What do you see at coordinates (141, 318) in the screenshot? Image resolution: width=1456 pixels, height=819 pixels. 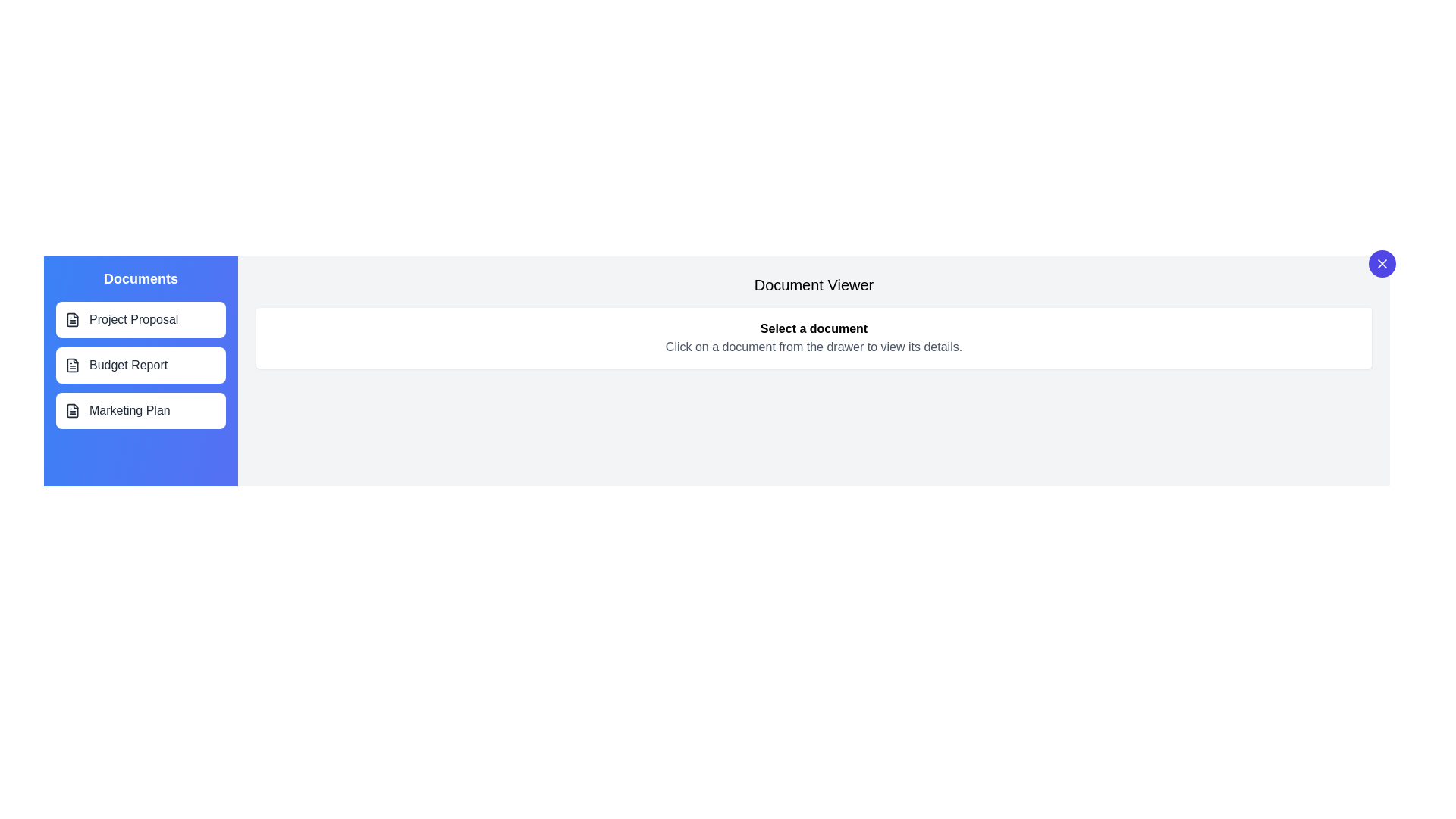 I see `the document item labeled Project Proposal to preview its interactivity` at bounding box center [141, 318].